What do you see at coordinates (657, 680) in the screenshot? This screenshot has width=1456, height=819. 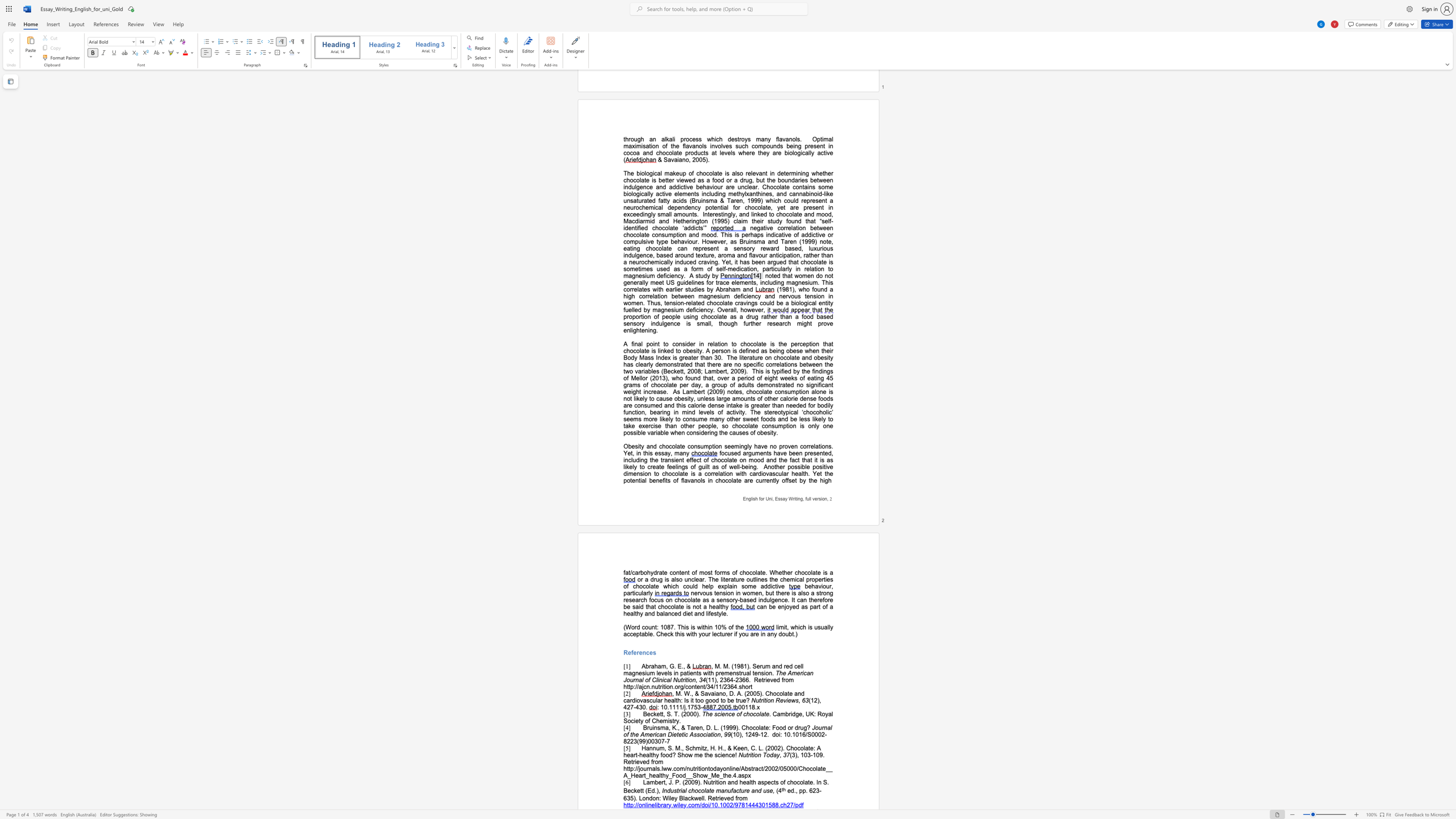 I see `the subset text "inical Nu" within the text "The American Journal of Clinical Nutrition"` at bounding box center [657, 680].